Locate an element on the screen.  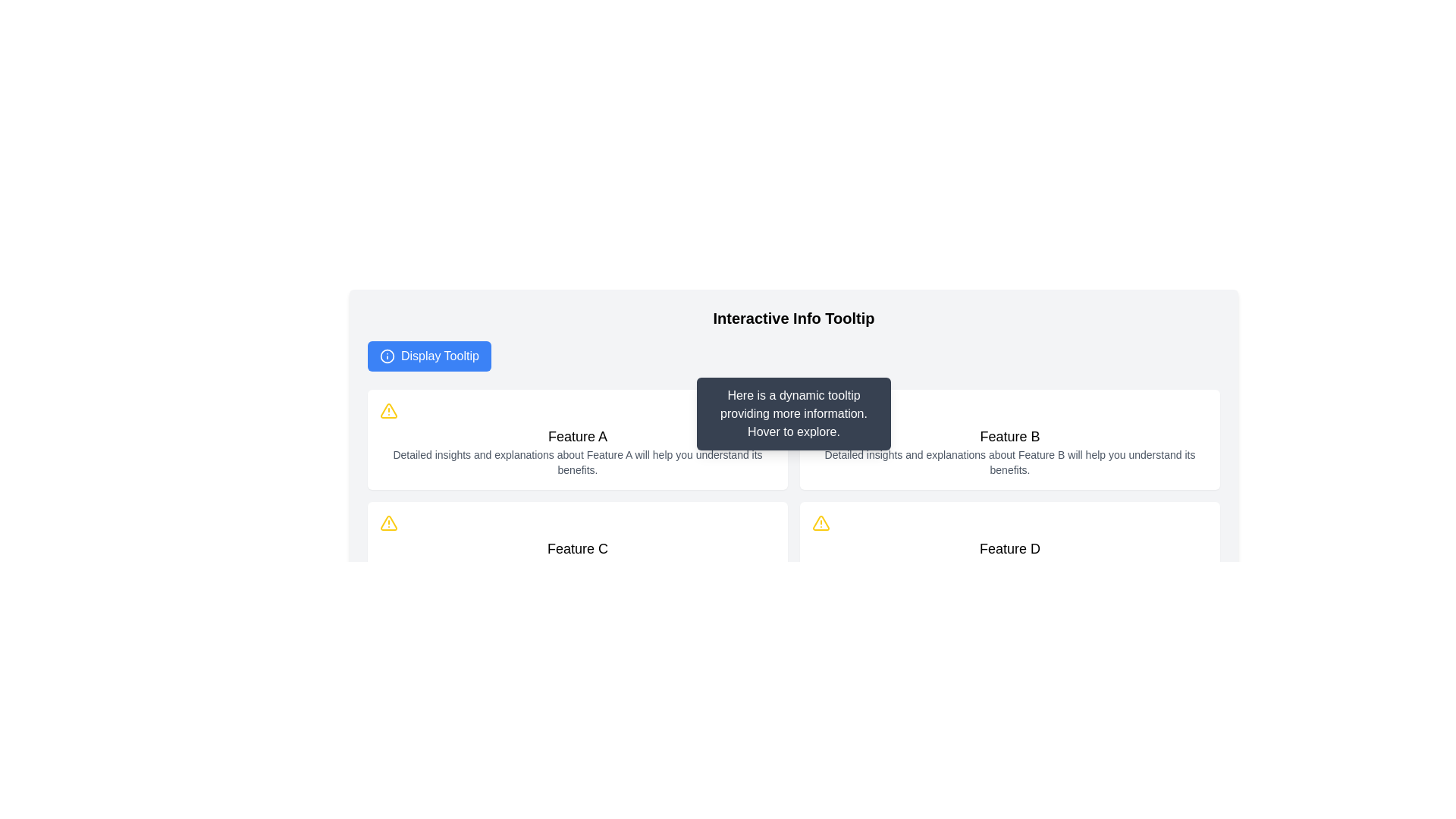
the triangular warning icon with a yellow background and alert symbol, located at the top left of the 'Feature C' UI card is located at coordinates (389, 522).